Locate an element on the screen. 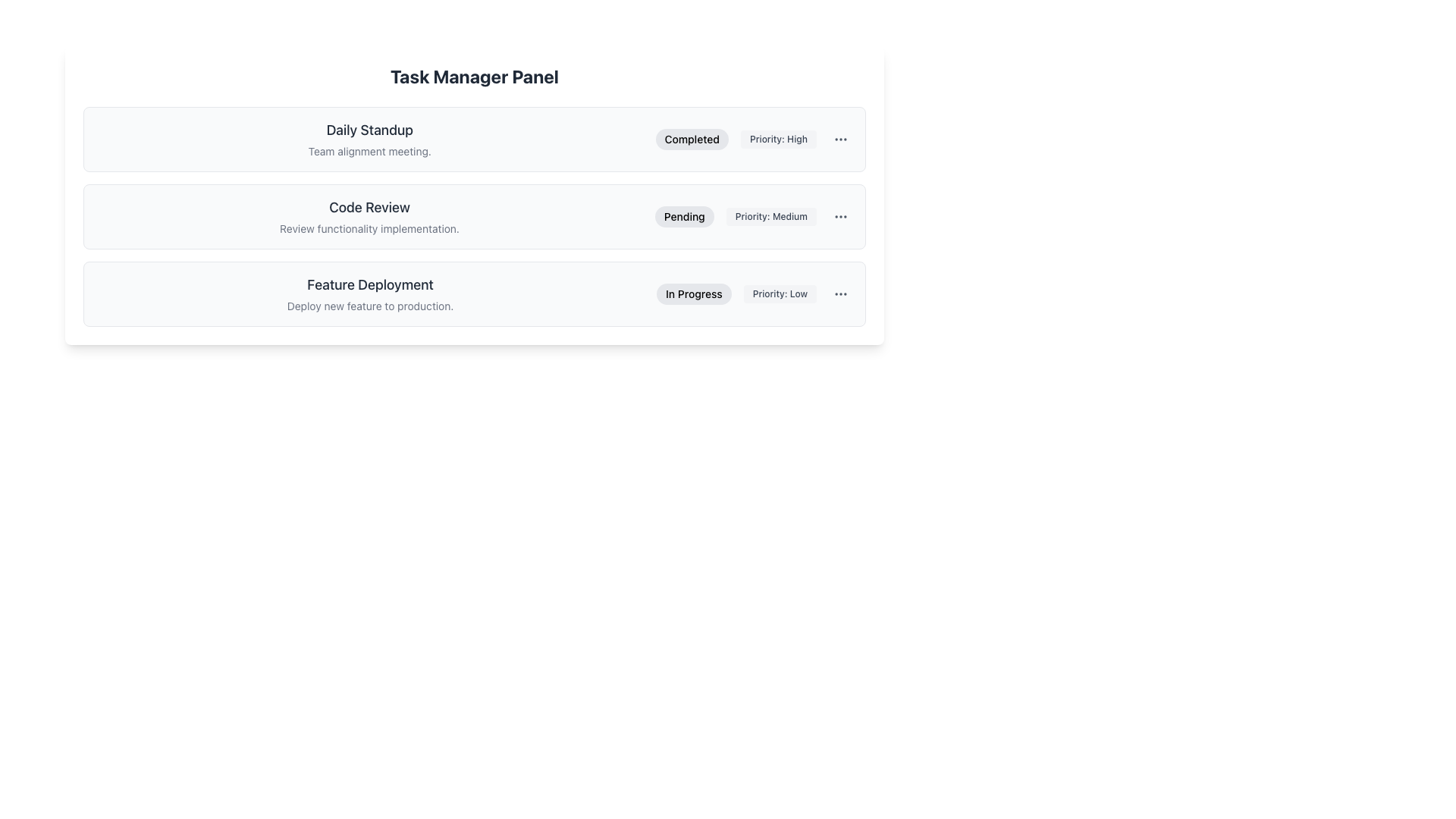  the 'Pending' status label which is part of the 'Code Review' task and is located to the left of the 'Priority: Medium' label is located at coordinates (683, 216).